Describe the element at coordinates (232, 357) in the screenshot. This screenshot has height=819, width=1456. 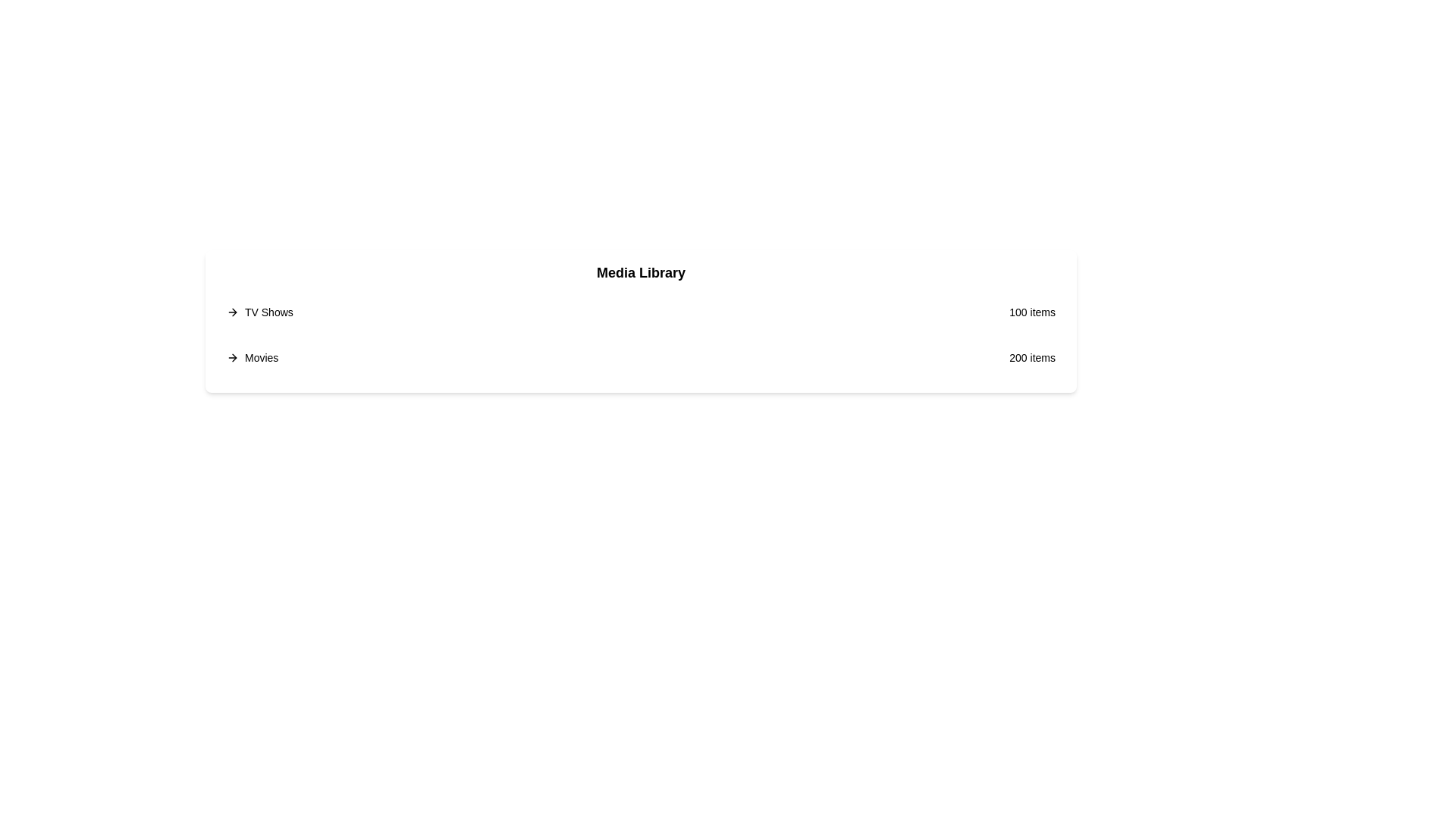
I see `the icon that serves as an indicator for the 'Movies' item in the Media Library, located to the immediate left of the 'Movies' text` at that location.